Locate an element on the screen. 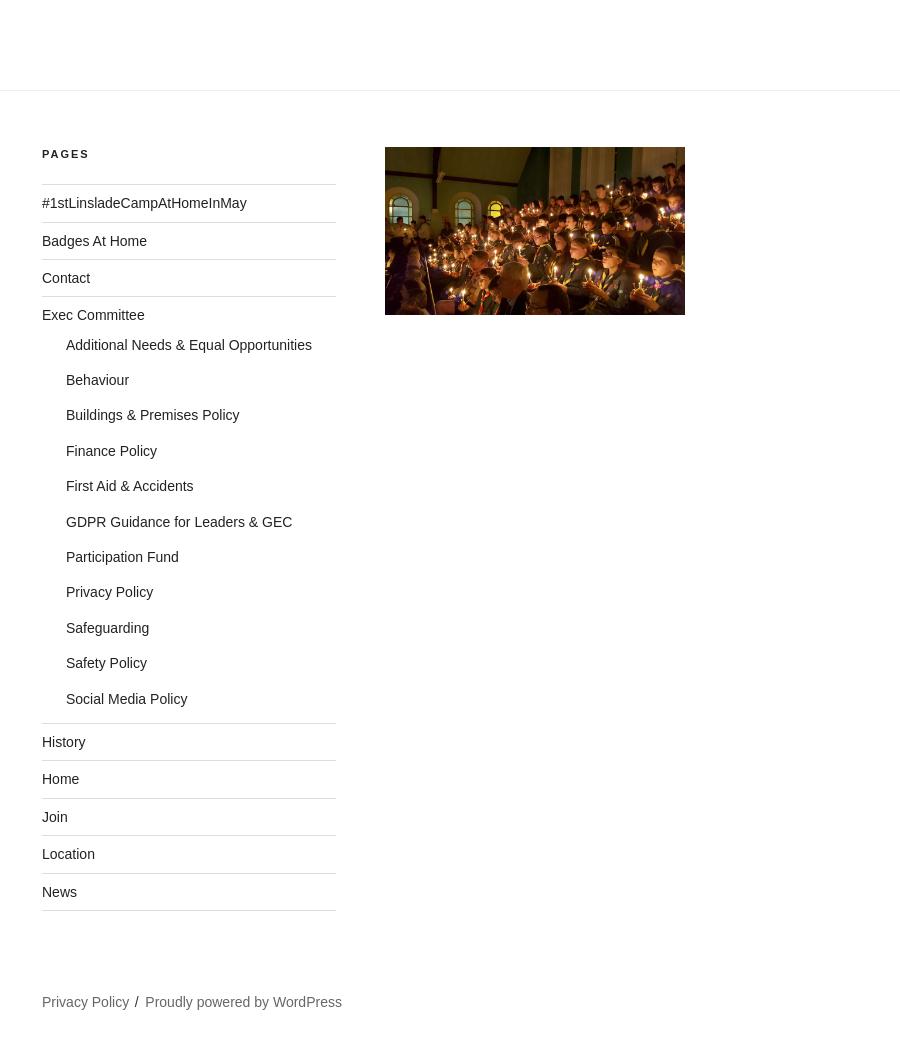  'Finance Policy' is located at coordinates (64, 448).